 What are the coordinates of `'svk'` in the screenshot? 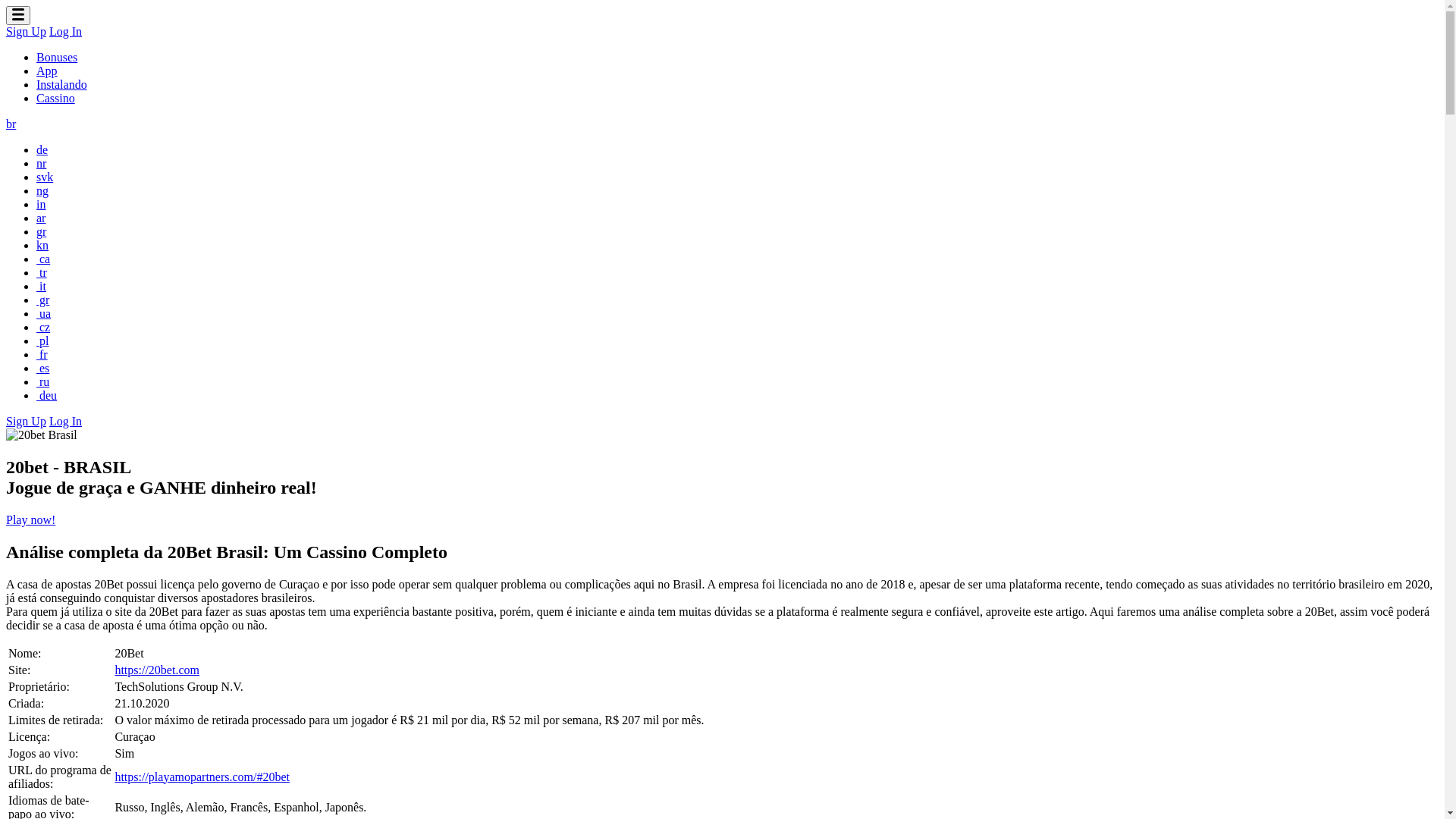 It's located at (44, 176).